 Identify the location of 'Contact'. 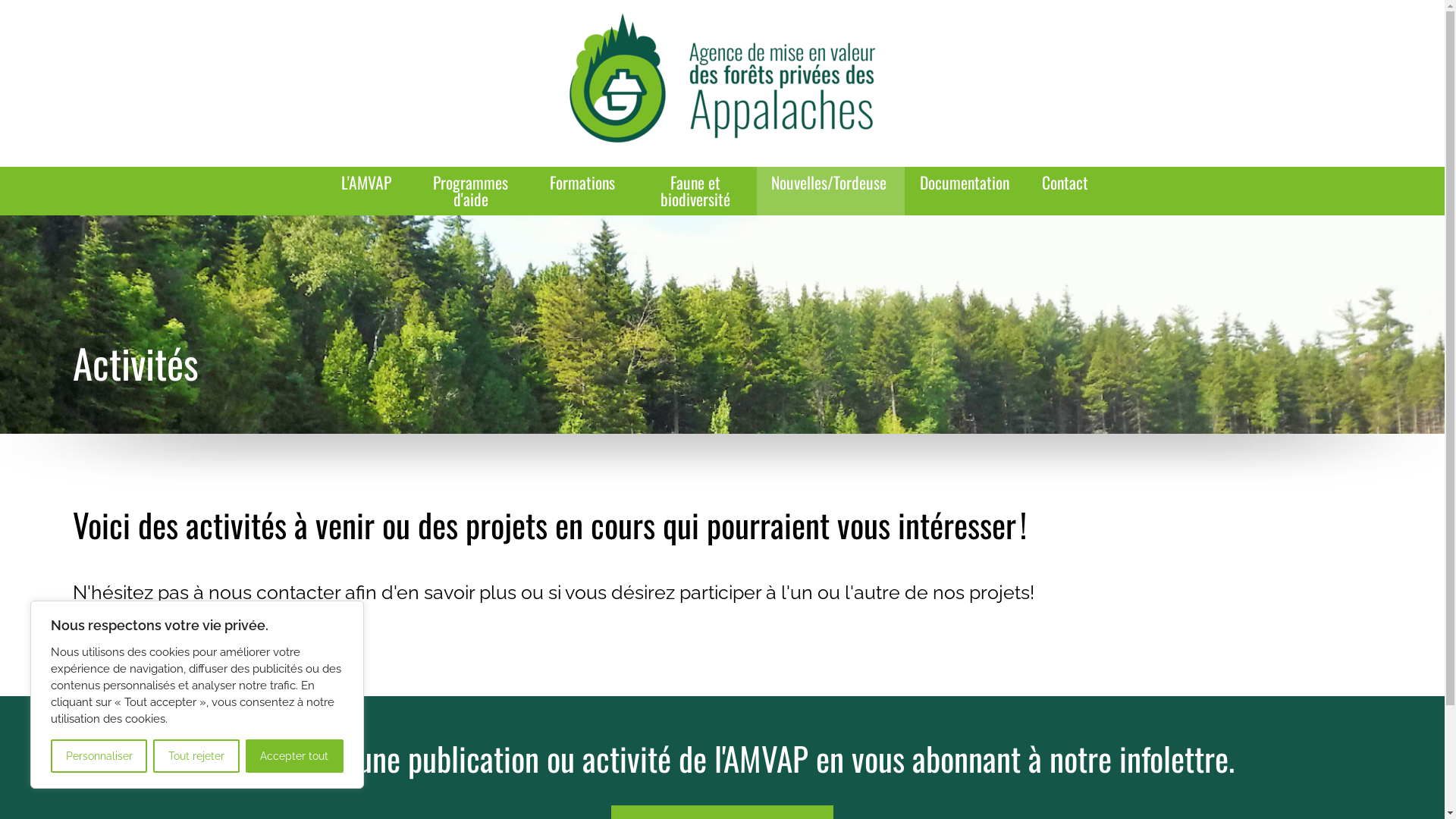
(1064, 181).